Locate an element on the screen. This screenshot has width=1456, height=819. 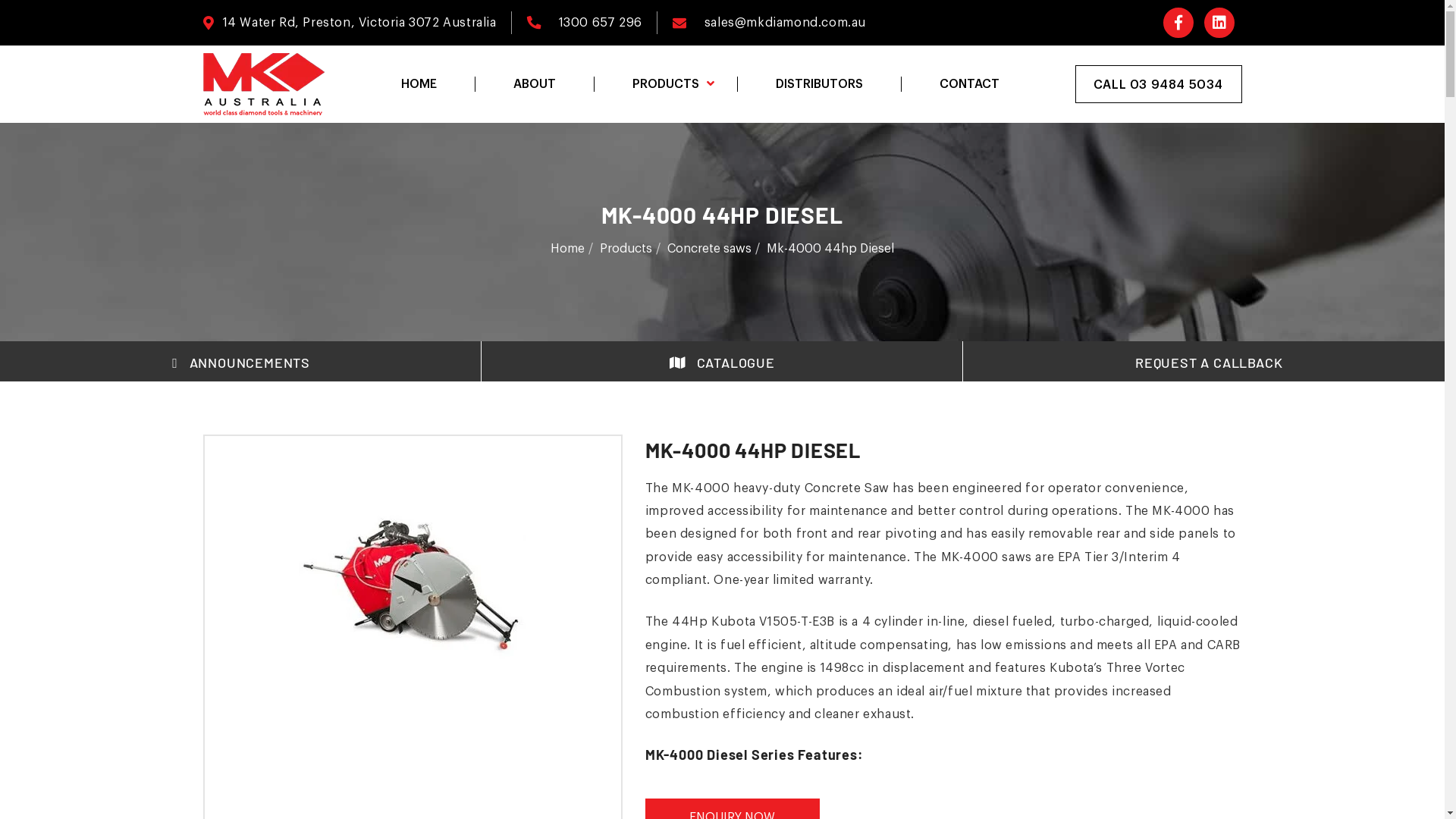
'Products' is located at coordinates (599, 247).